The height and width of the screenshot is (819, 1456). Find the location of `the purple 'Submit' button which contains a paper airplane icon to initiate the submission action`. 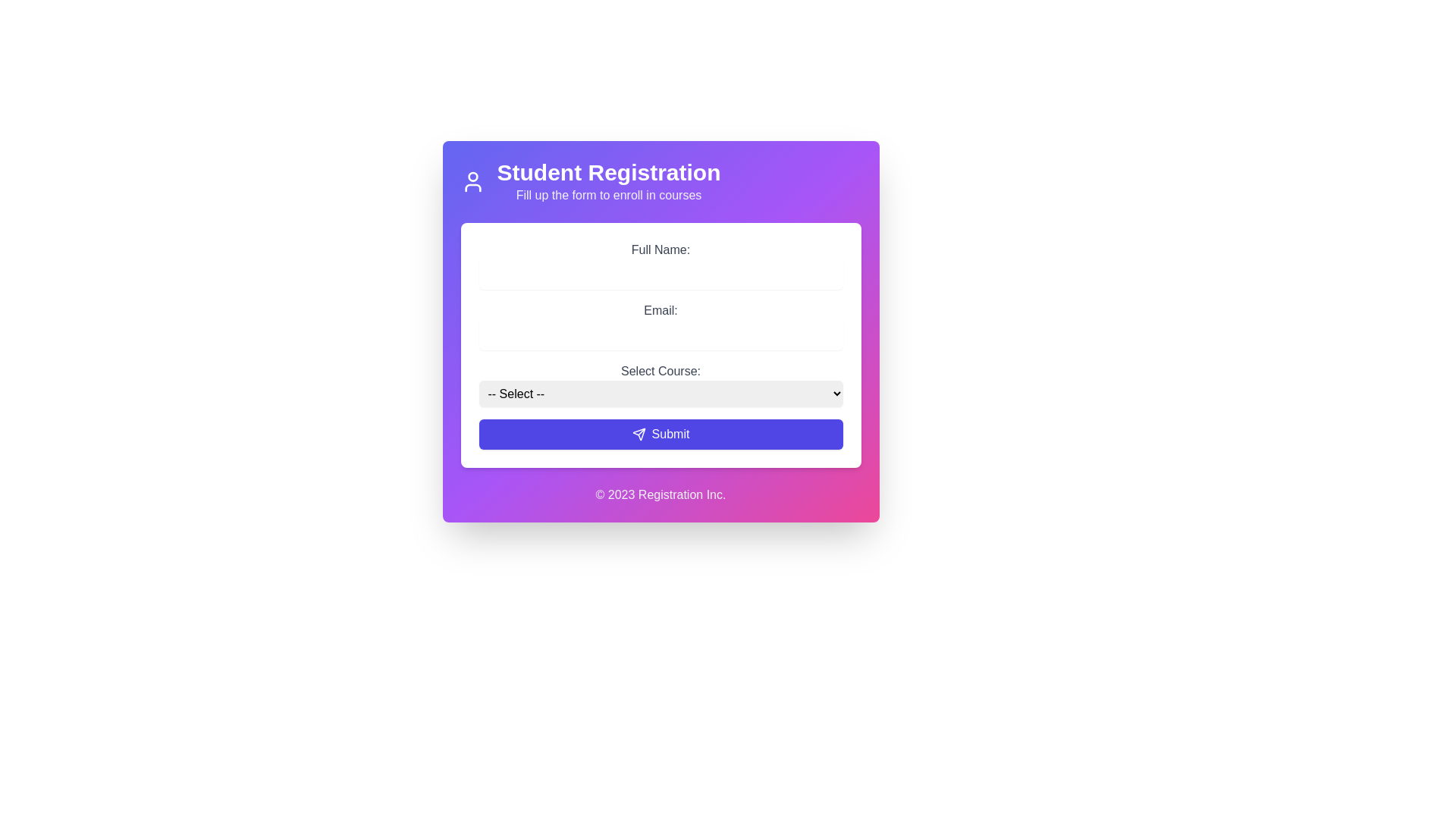

the purple 'Submit' button which contains a paper airplane icon to initiate the submission action is located at coordinates (639, 435).